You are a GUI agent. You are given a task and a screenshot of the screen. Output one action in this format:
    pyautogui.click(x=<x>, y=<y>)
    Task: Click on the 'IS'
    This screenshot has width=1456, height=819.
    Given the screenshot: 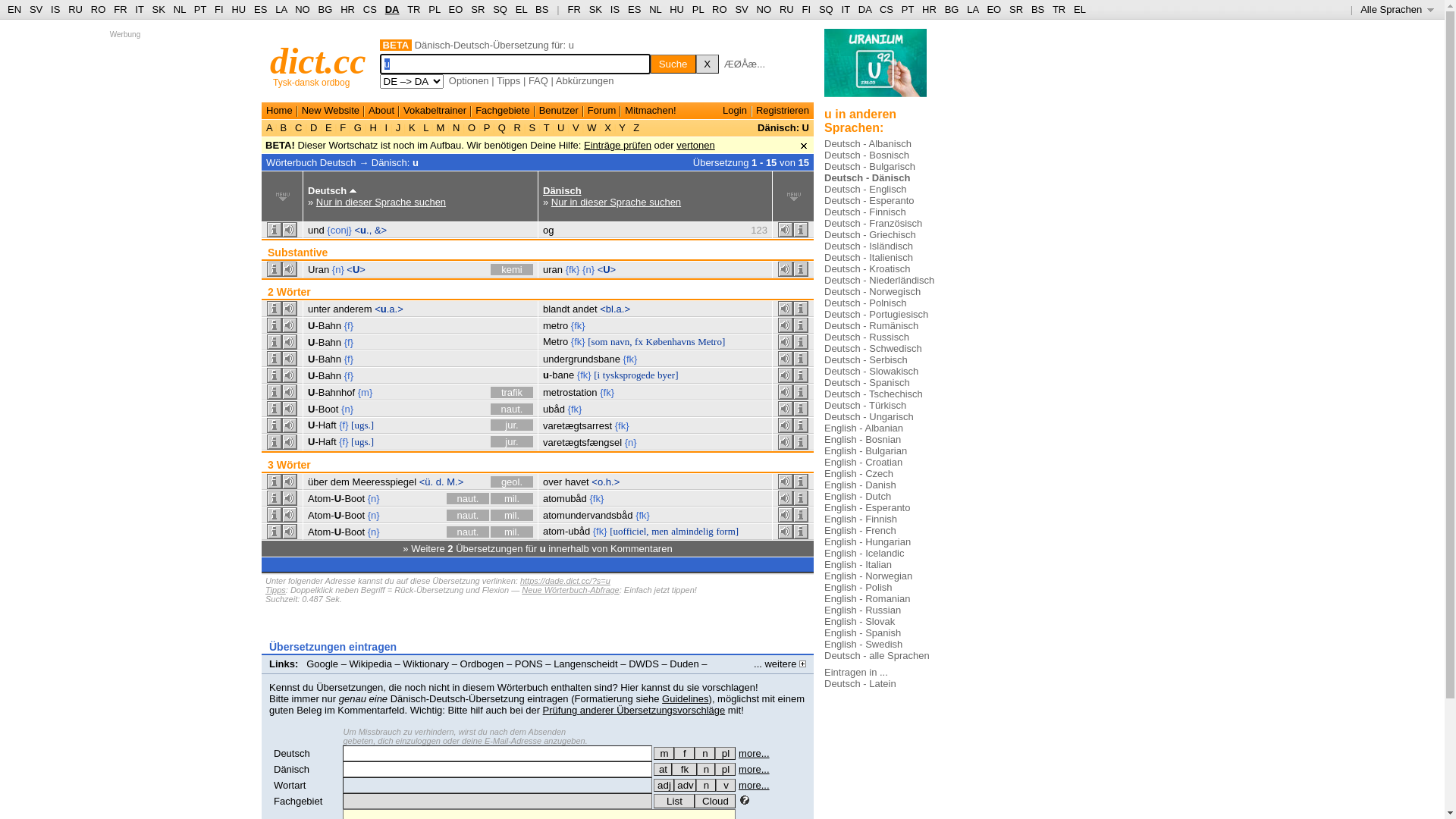 What is the action you would take?
    pyautogui.click(x=615, y=9)
    